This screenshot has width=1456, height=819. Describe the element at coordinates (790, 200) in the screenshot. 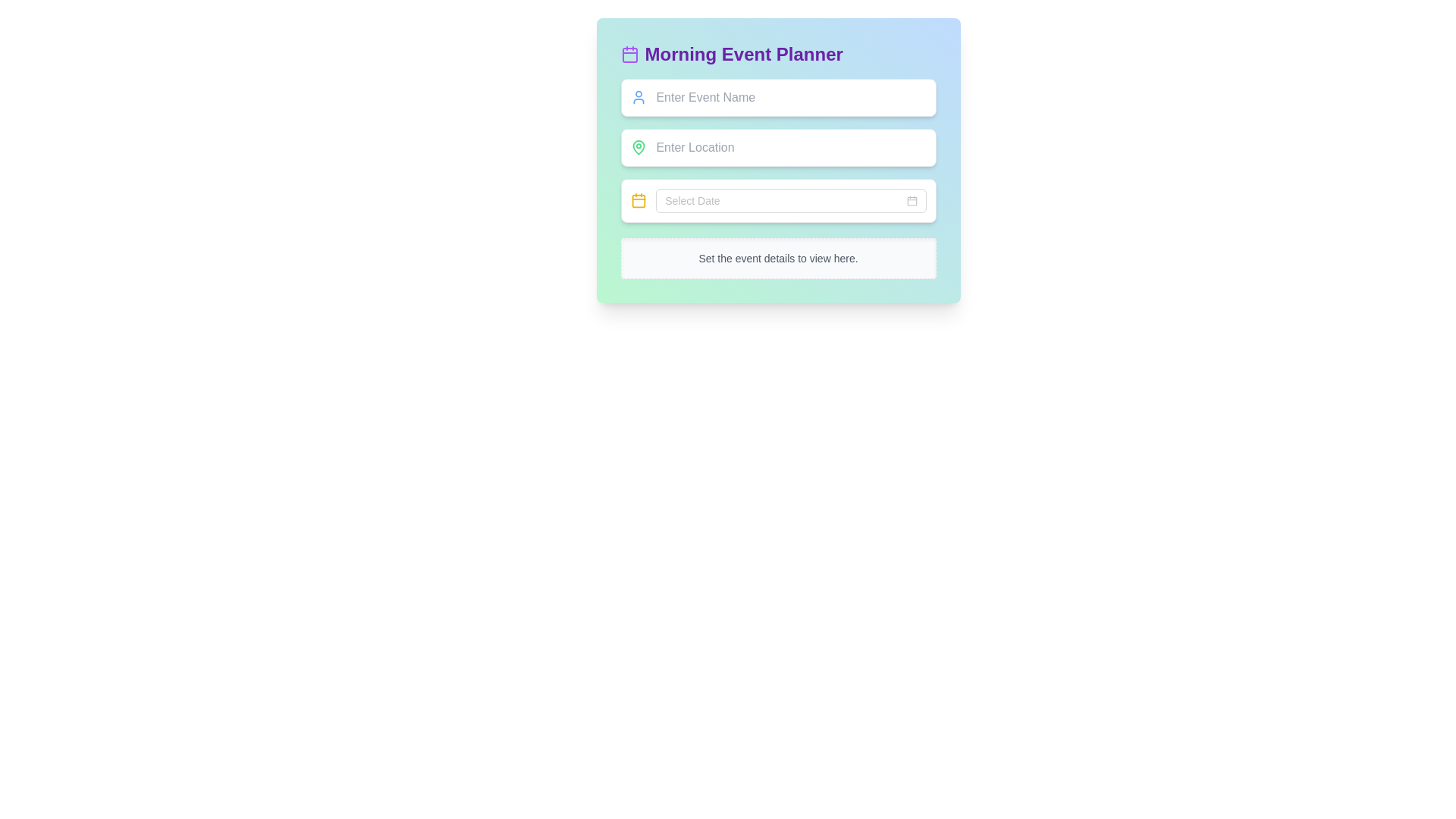

I see `the Date picker input field located within the 'Morning Event Planner' card, which is the third input field below 'Enter Location' and above the button 'Set the event details` at that location.